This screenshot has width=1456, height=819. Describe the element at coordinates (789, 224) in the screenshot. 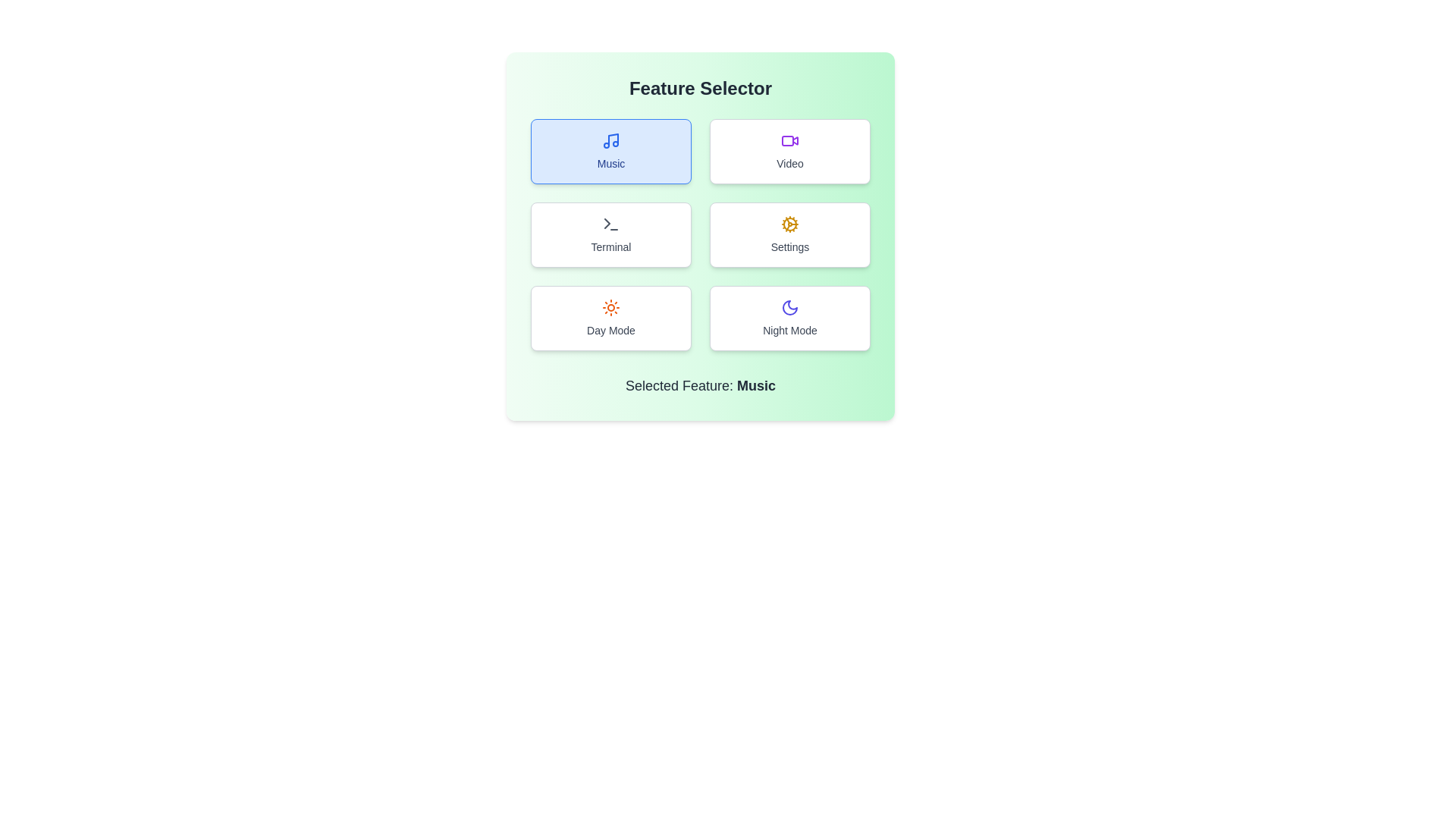

I see `the yellow cogwheel icon representing settings, located at the top-center of the 'Settings' card` at that location.